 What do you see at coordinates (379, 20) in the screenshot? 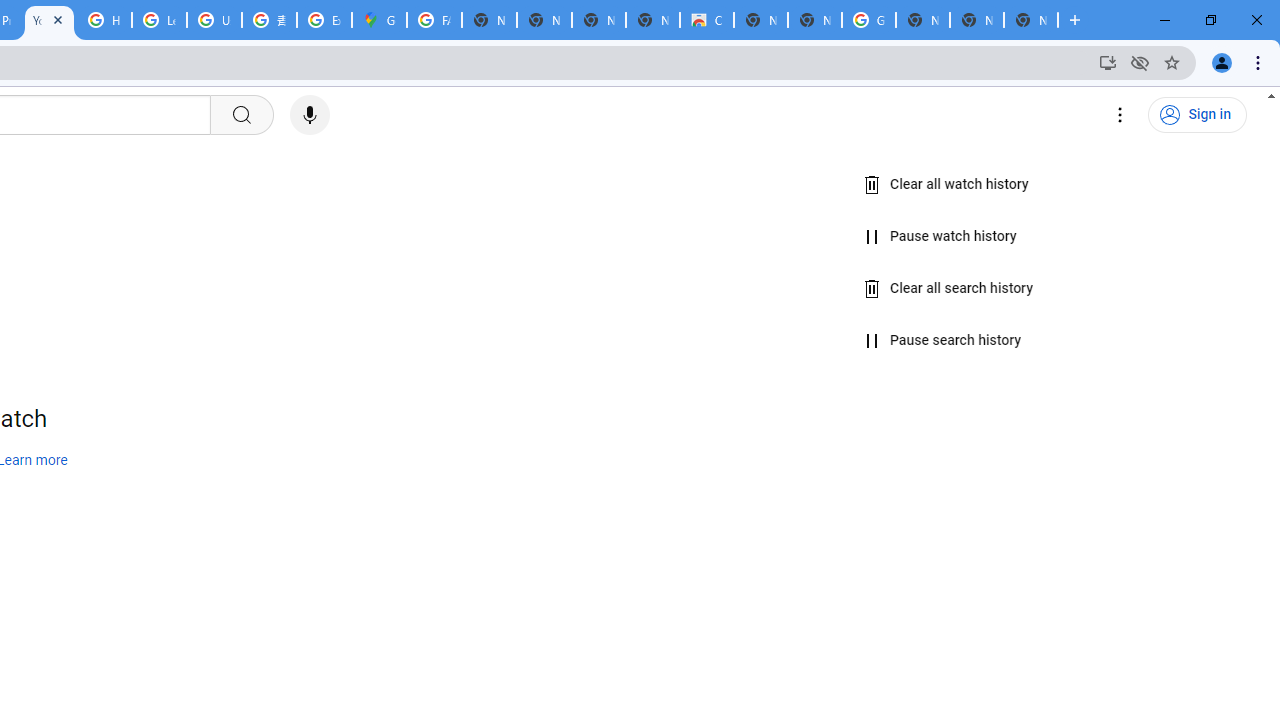
I see `'Google Maps'` at bounding box center [379, 20].